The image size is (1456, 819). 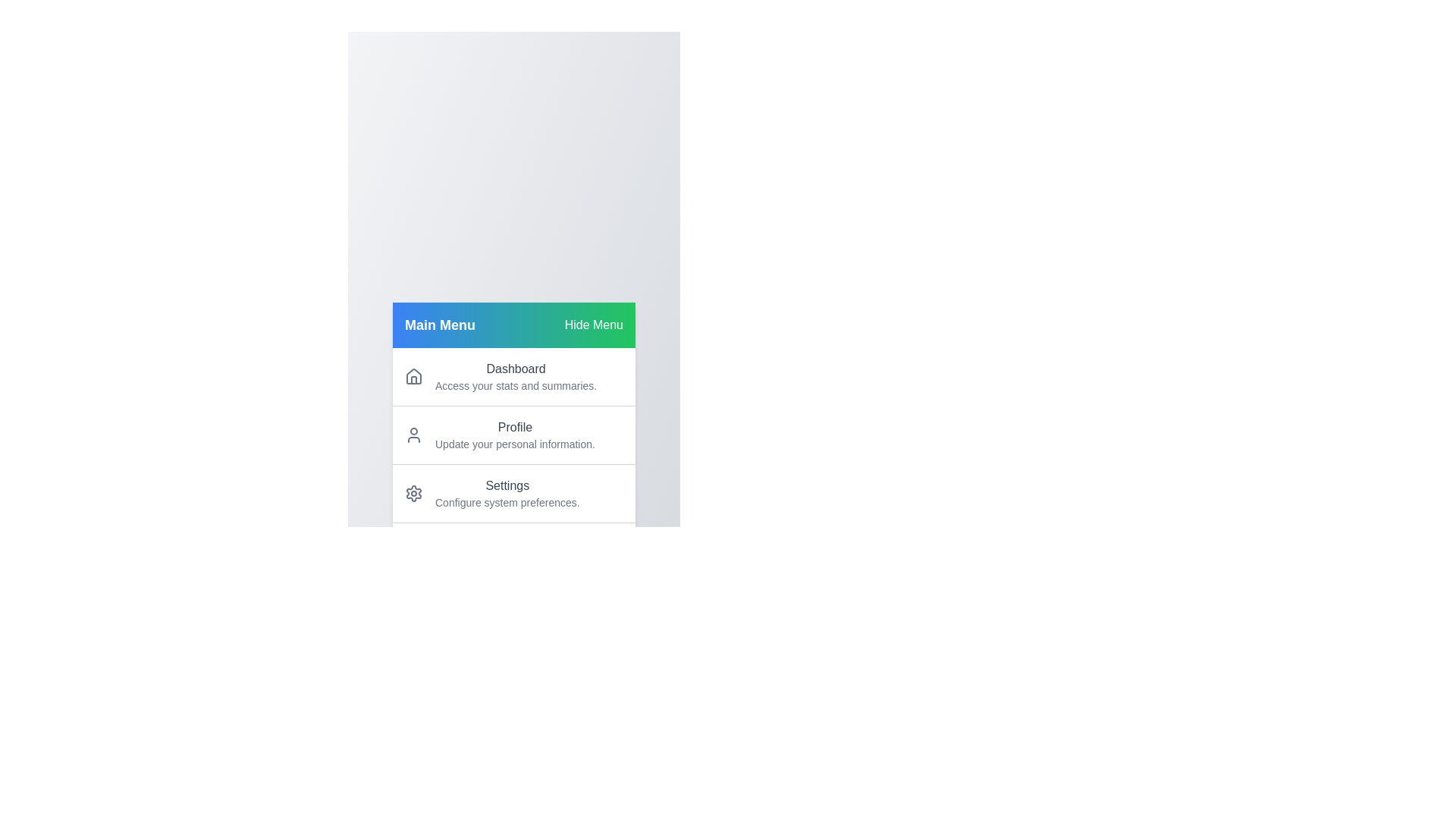 What do you see at coordinates (593, 324) in the screenshot?
I see `the 'Hide Menu' button to toggle the visibility of the menu` at bounding box center [593, 324].